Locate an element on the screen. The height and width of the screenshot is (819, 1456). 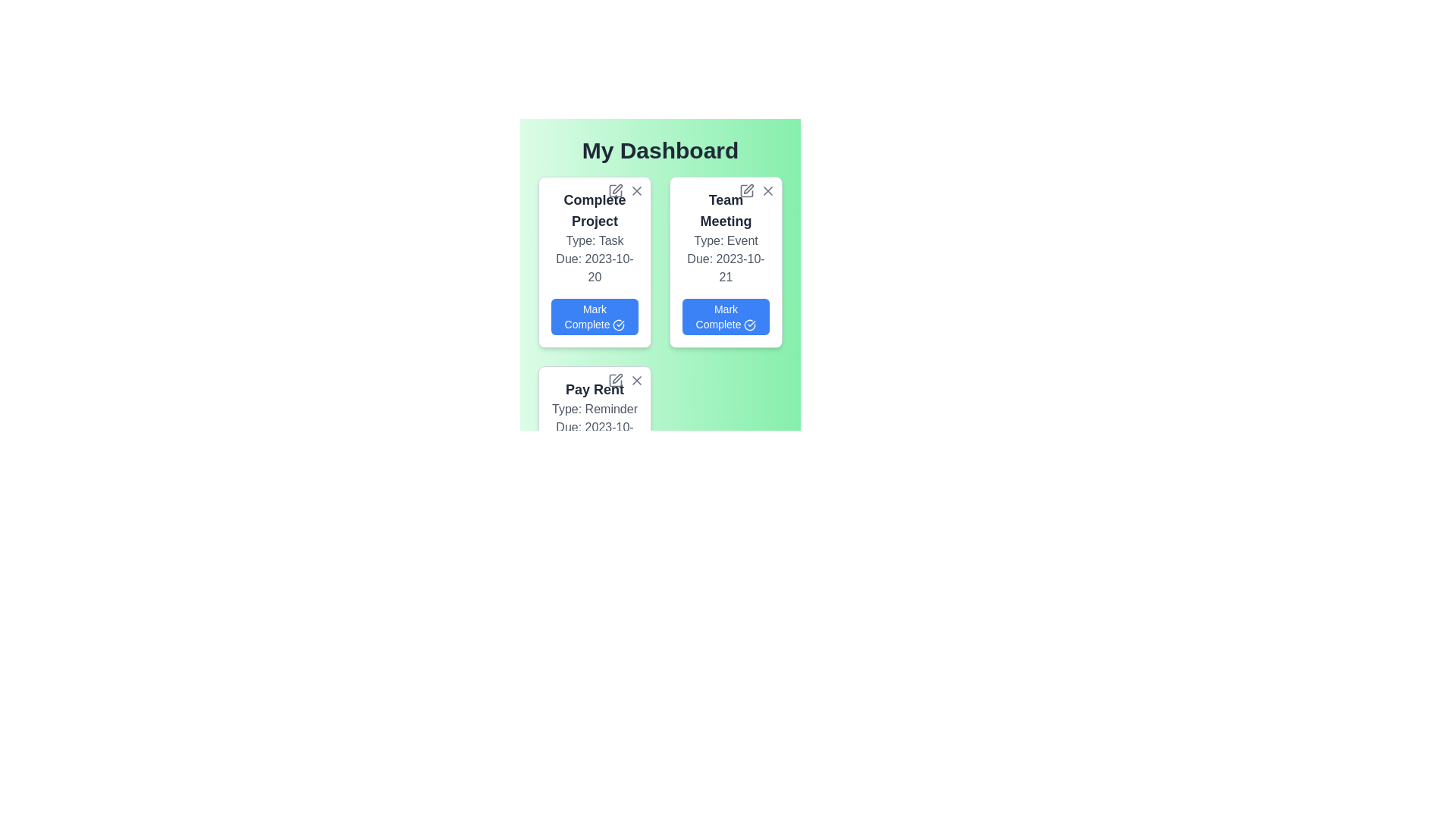
the gray 'X' icon button in the top-right corner of the 'Team Meeting' card to change its appearance to red is located at coordinates (767, 190).